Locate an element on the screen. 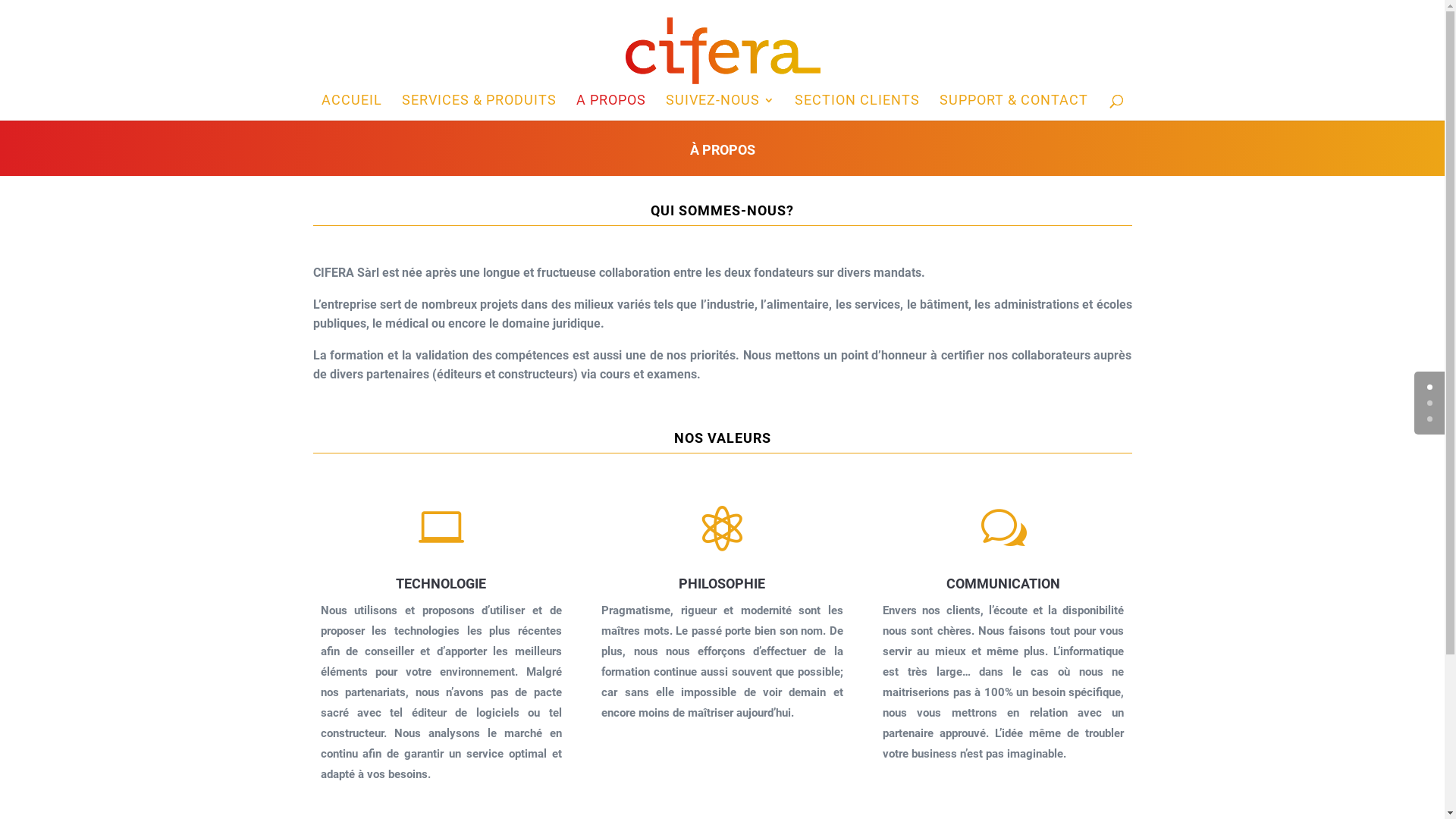 The width and height of the screenshot is (1456, 819). 'SECTION CLIENTS' is located at coordinates (857, 107).